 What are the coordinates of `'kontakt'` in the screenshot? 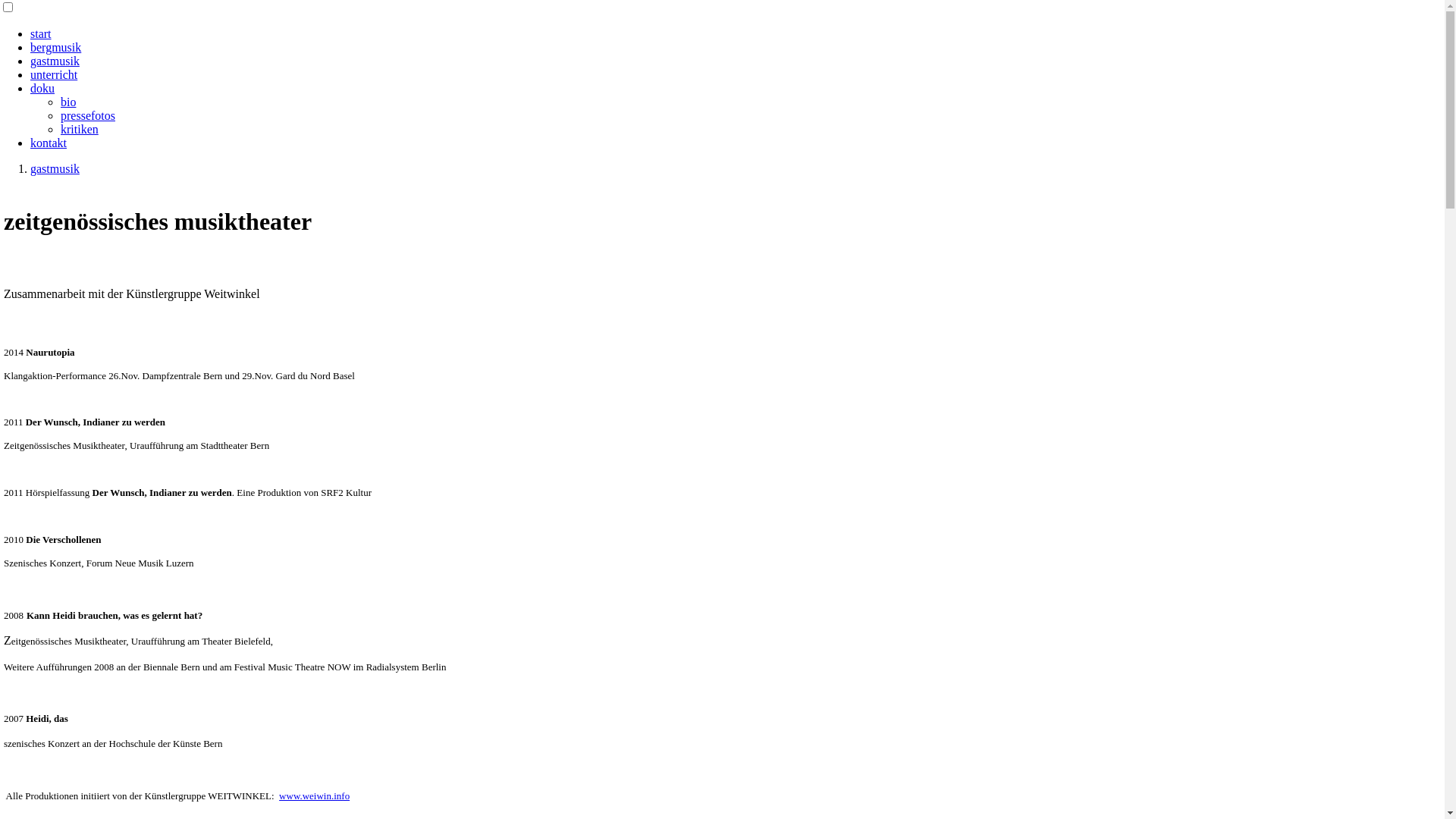 It's located at (48, 143).